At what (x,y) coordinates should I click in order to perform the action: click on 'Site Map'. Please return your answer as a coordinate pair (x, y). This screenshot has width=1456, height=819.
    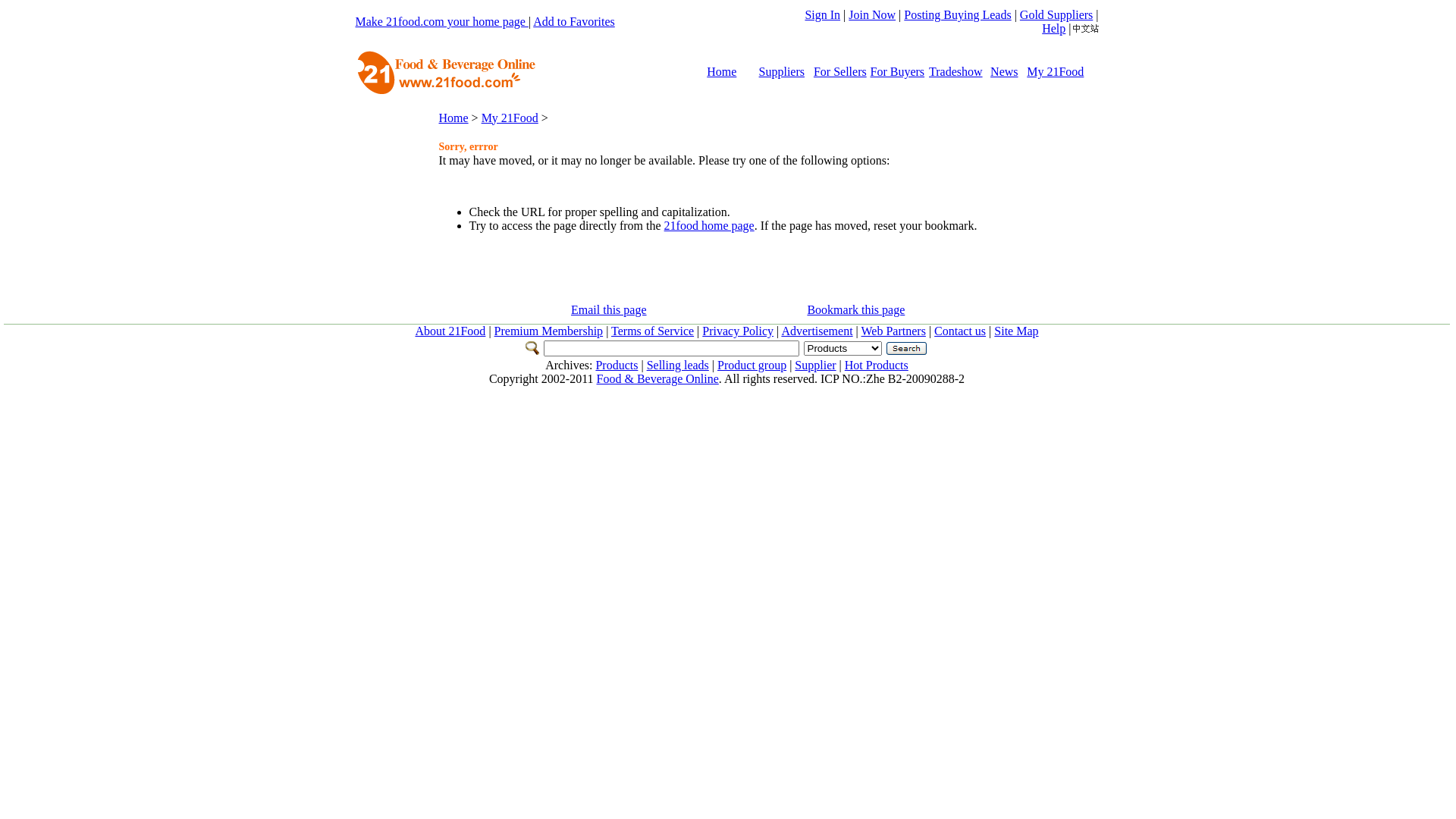
    Looking at the image, I should click on (1015, 330).